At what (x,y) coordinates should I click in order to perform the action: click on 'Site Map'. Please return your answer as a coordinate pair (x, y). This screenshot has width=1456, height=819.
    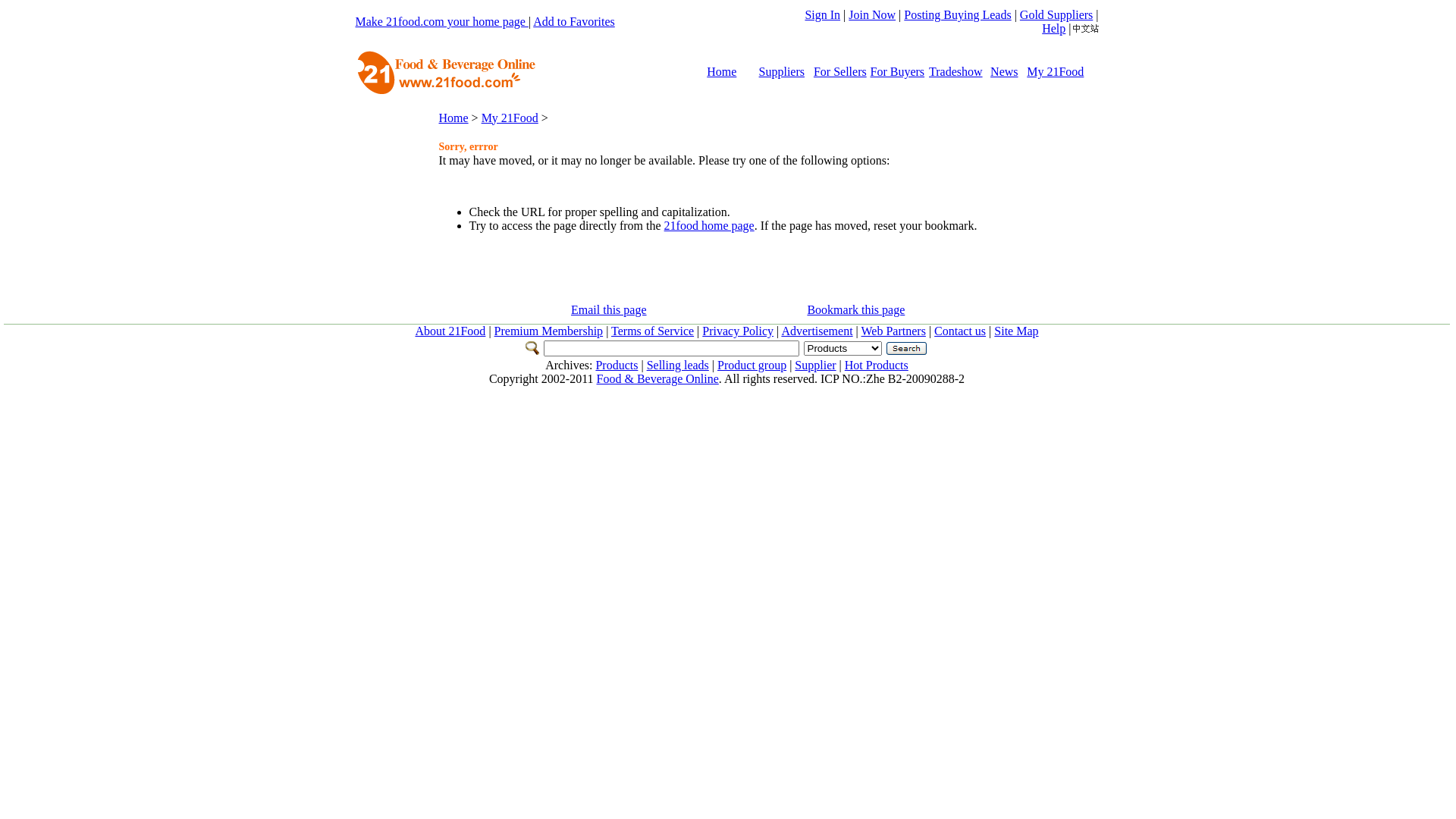
    Looking at the image, I should click on (1015, 330).